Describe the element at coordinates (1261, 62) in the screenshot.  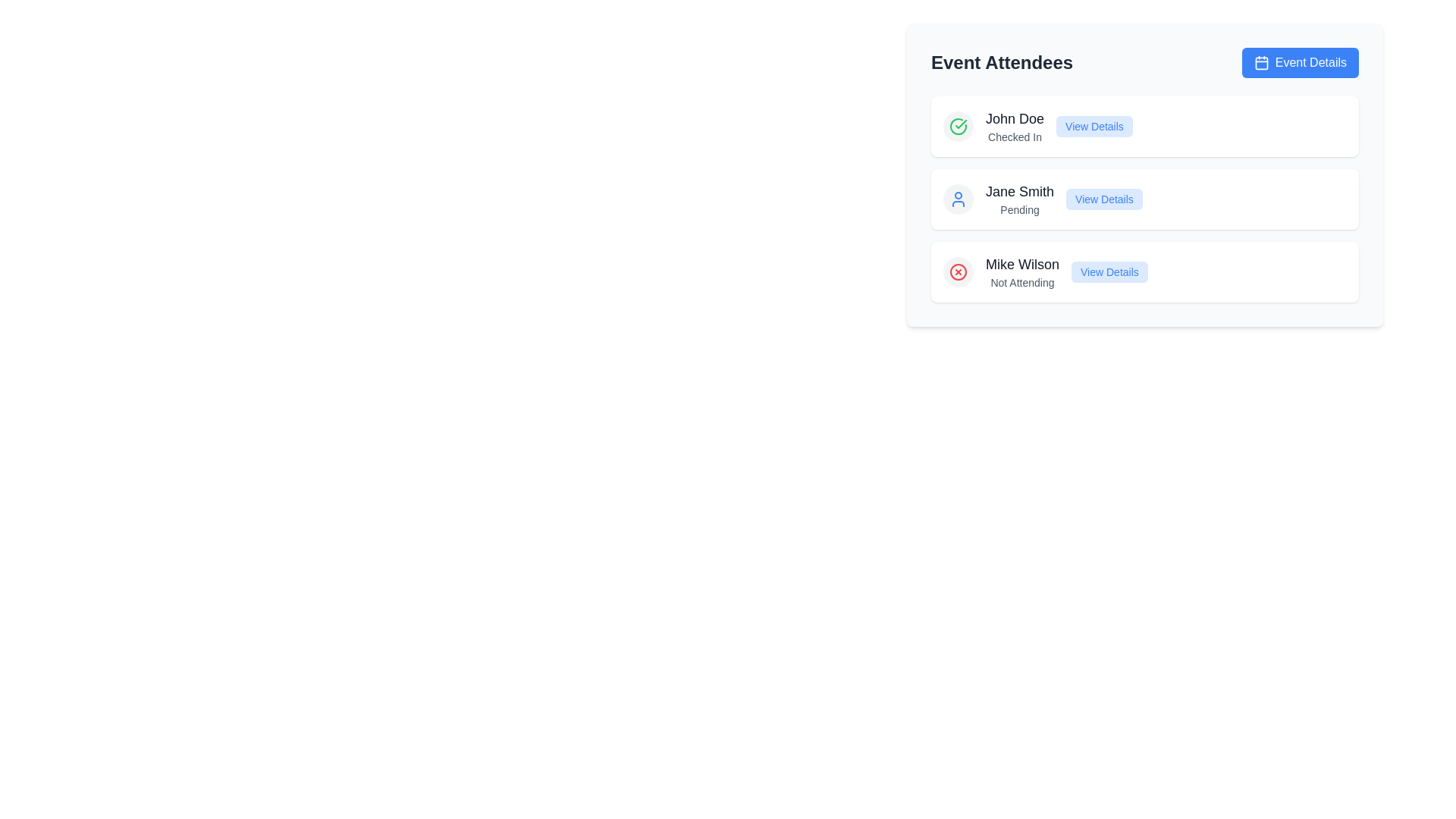
I see `the small rectangular shape with rounded corners within the blue button labeled 'Event Details' in the calendar SVG icon` at that location.